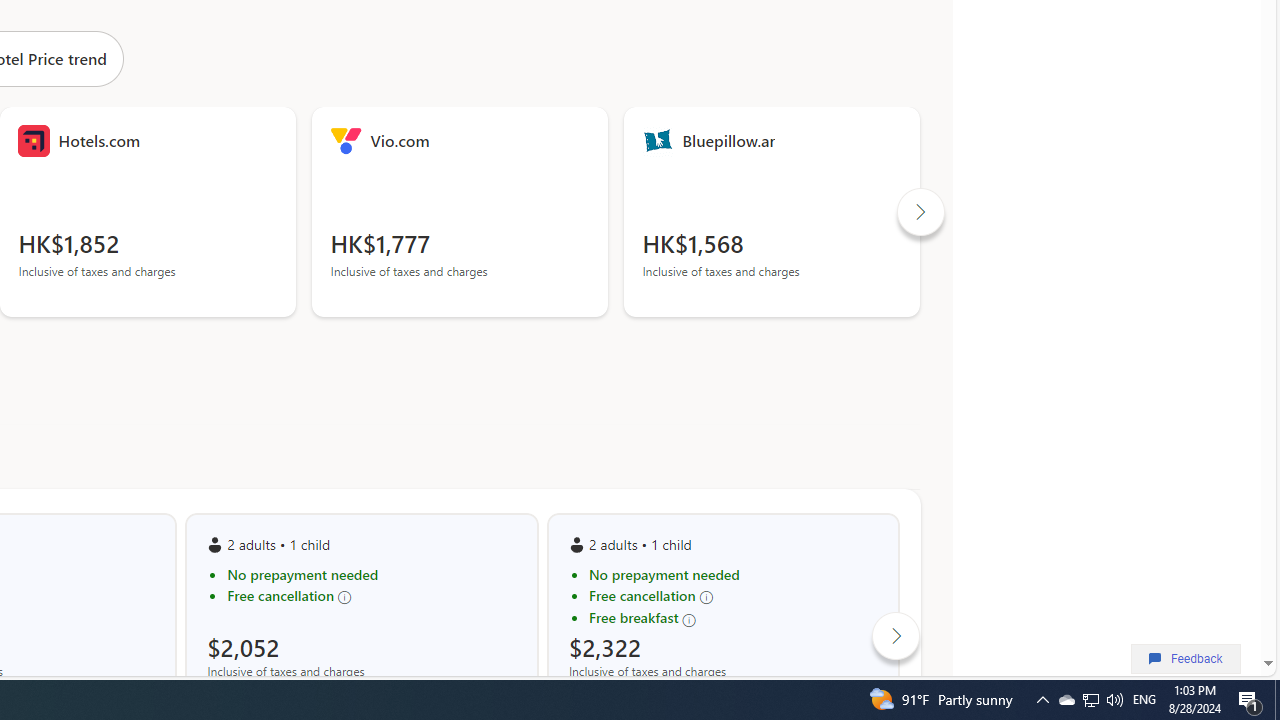  What do you see at coordinates (732, 618) in the screenshot?
I see `'Free breakfast'` at bounding box center [732, 618].